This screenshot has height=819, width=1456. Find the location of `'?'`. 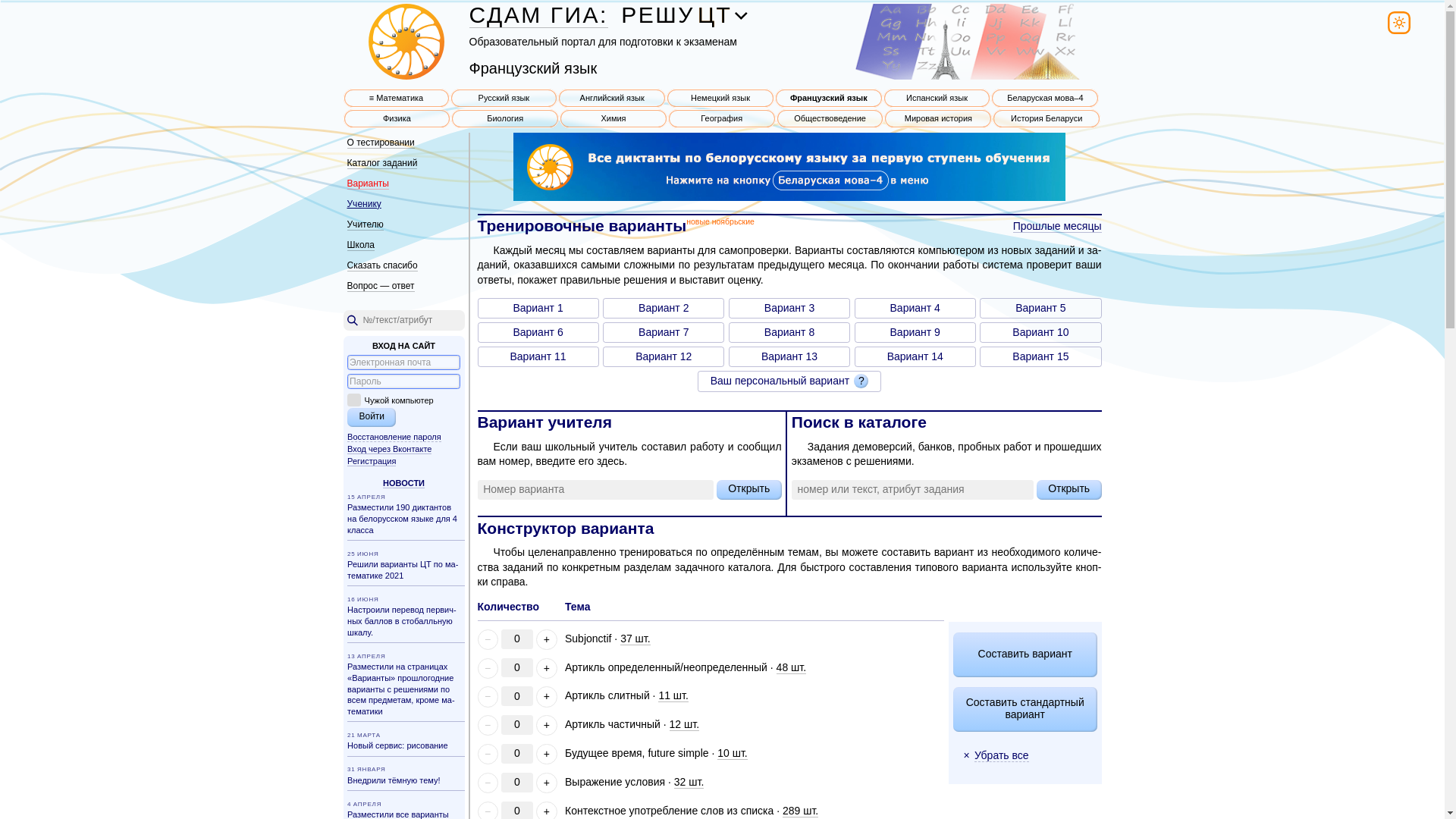

'?' is located at coordinates (854, 380).